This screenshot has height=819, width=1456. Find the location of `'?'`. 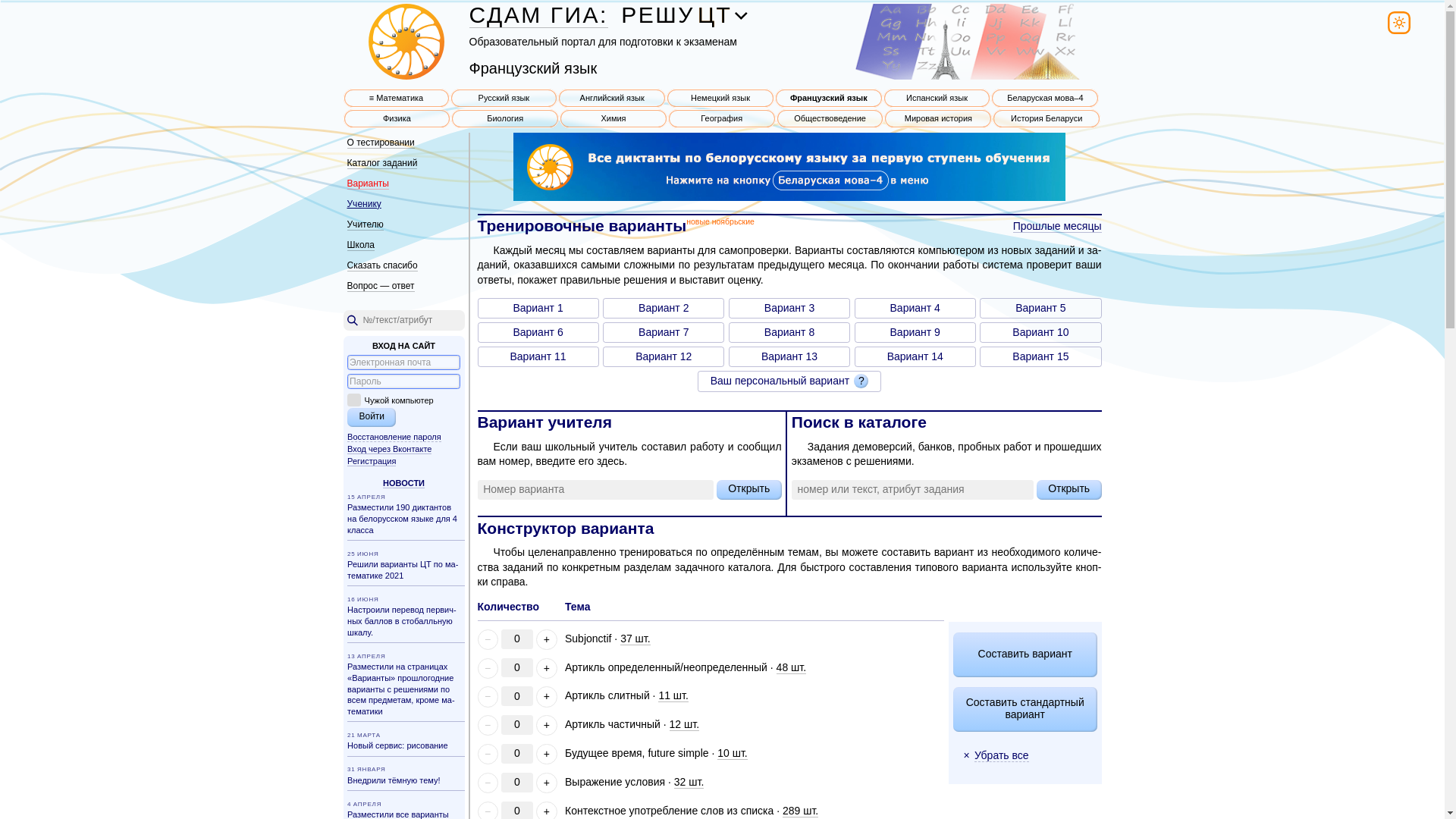

'?' is located at coordinates (854, 380).